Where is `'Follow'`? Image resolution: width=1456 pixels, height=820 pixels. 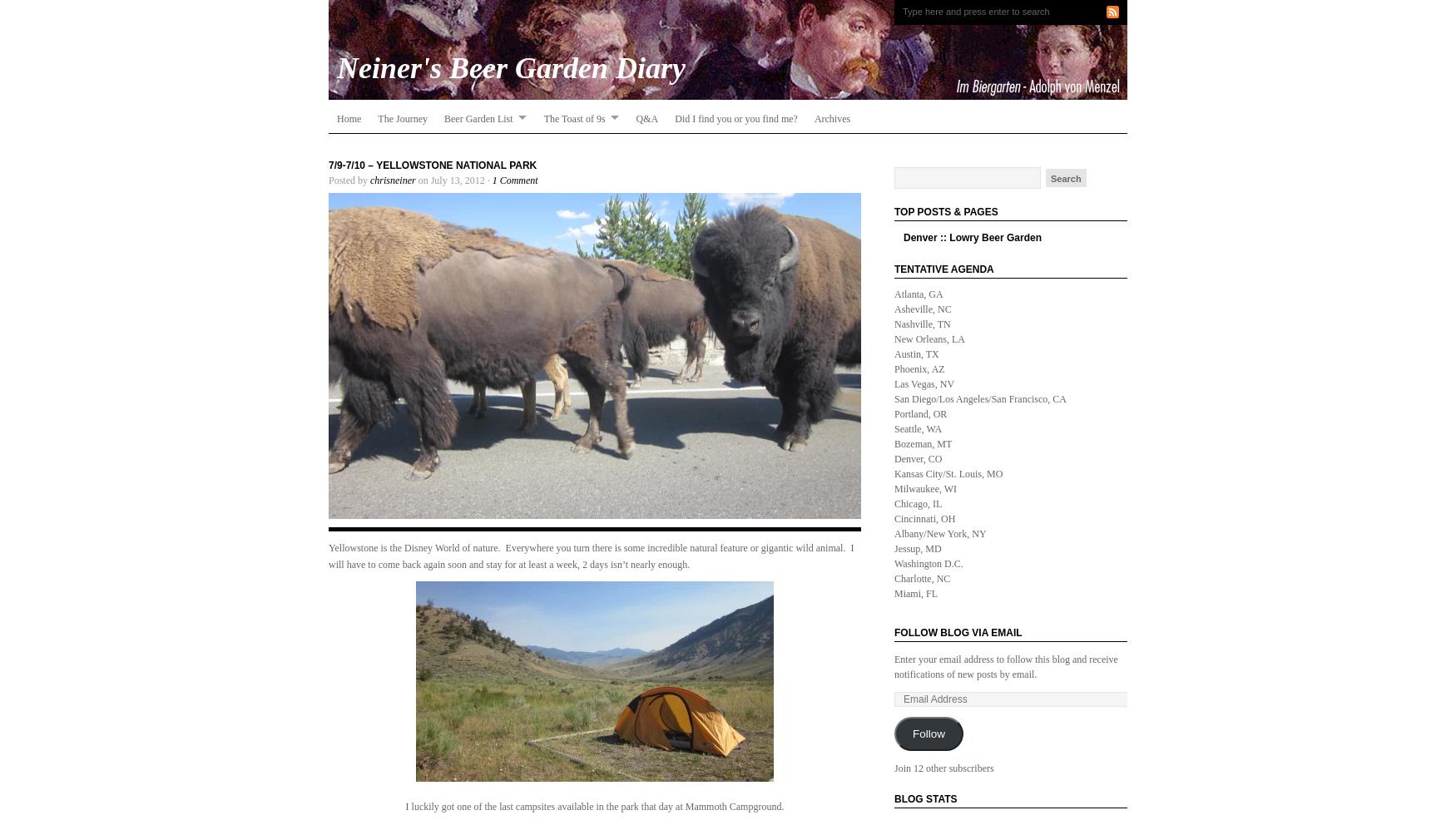
'Follow' is located at coordinates (928, 733).